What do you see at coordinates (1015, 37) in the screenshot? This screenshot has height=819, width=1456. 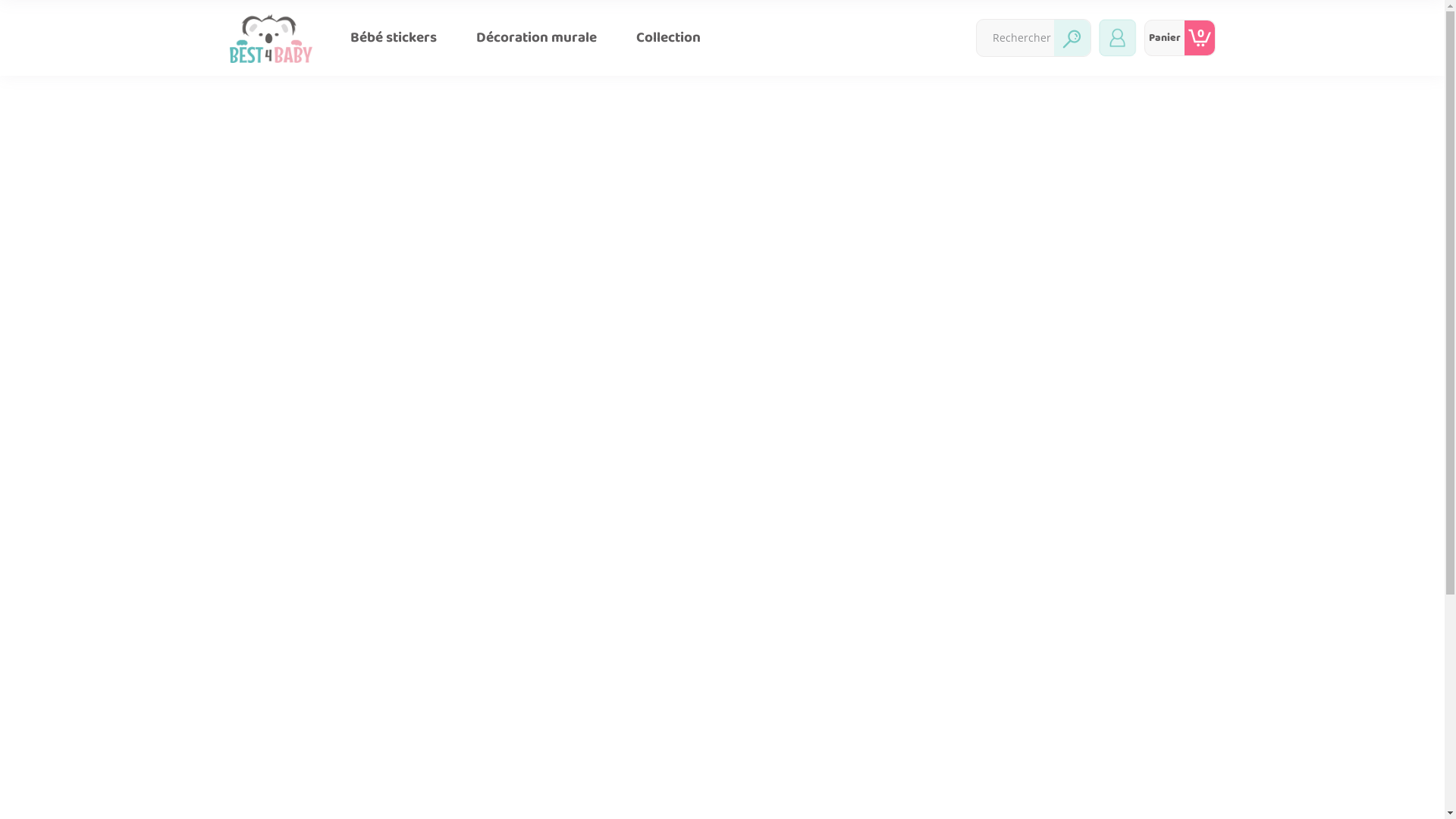 I see `'Search for:'` at bounding box center [1015, 37].